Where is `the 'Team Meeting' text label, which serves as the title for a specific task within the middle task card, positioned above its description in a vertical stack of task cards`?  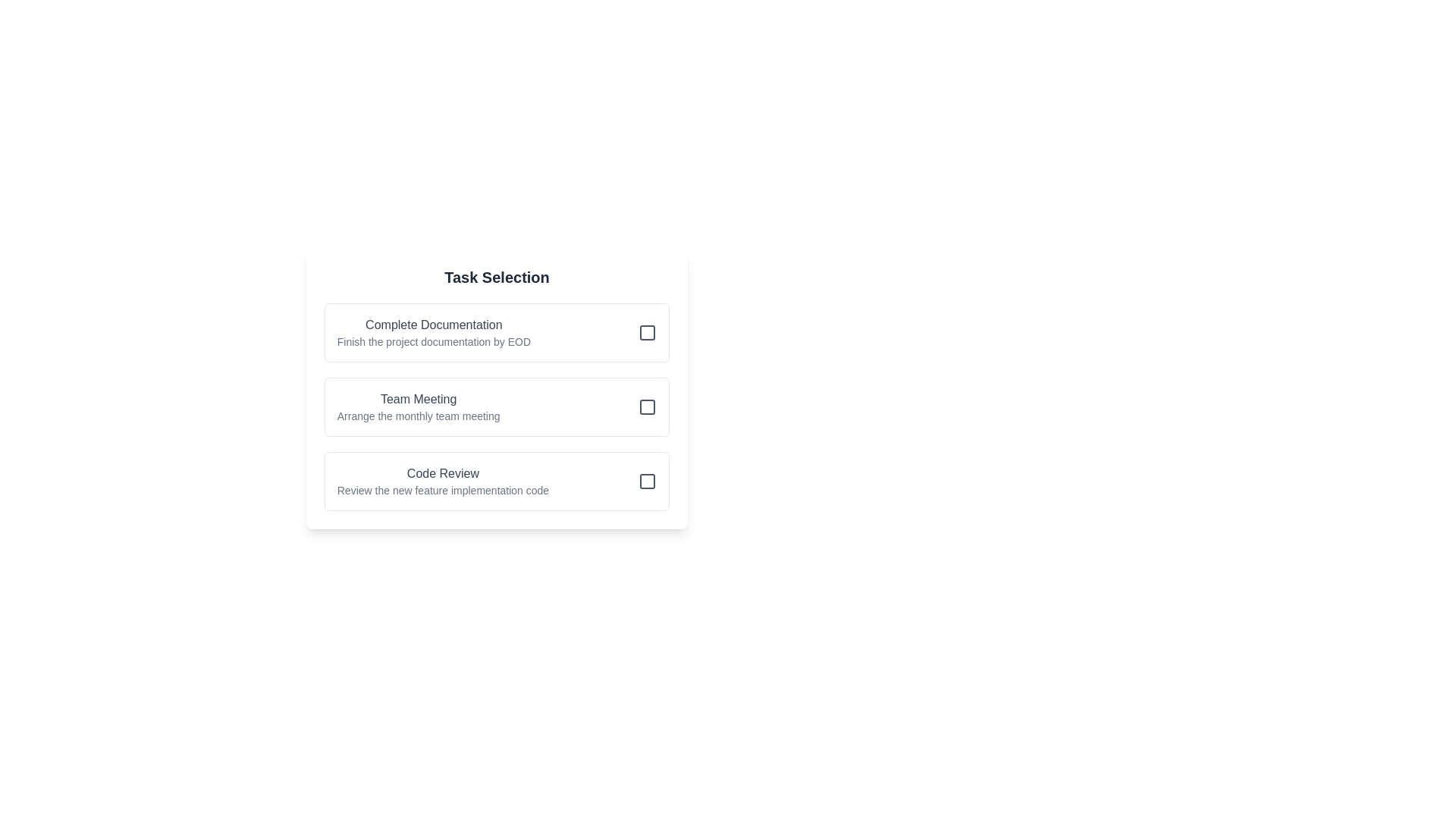 the 'Team Meeting' text label, which serves as the title for a specific task within the middle task card, positioned above its description in a vertical stack of task cards is located at coordinates (419, 399).